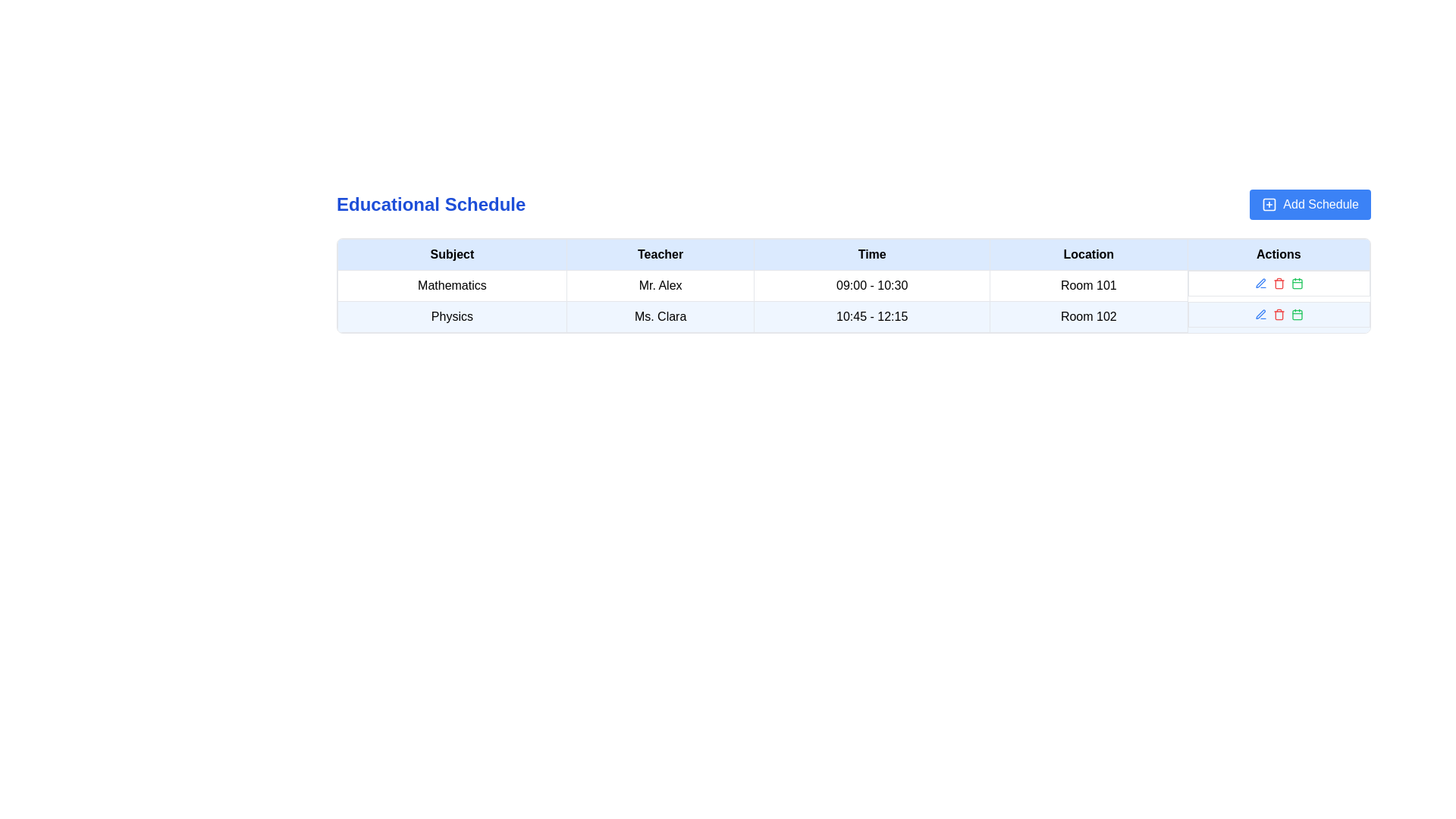 Image resolution: width=1456 pixels, height=819 pixels. What do you see at coordinates (1087, 253) in the screenshot?
I see `the TableHeaderCell that serves as the header for the 'Location' column in the table, which is centrally aligned and positioned between 'Time' and 'Actions'` at bounding box center [1087, 253].